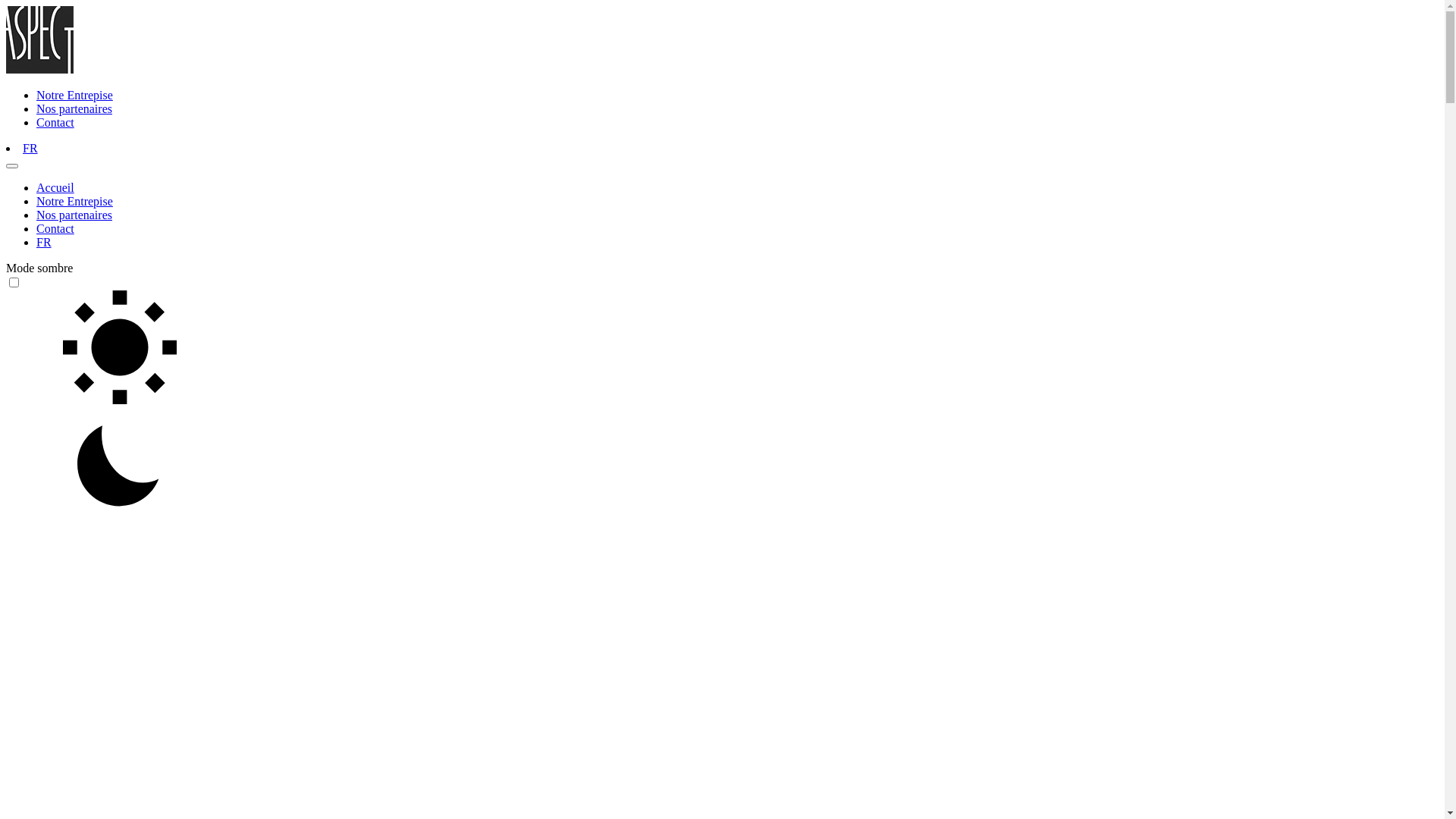 The height and width of the screenshot is (819, 1456). Describe the element at coordinates (43, 241) in the screenshot. I see `'FR'` at that location.